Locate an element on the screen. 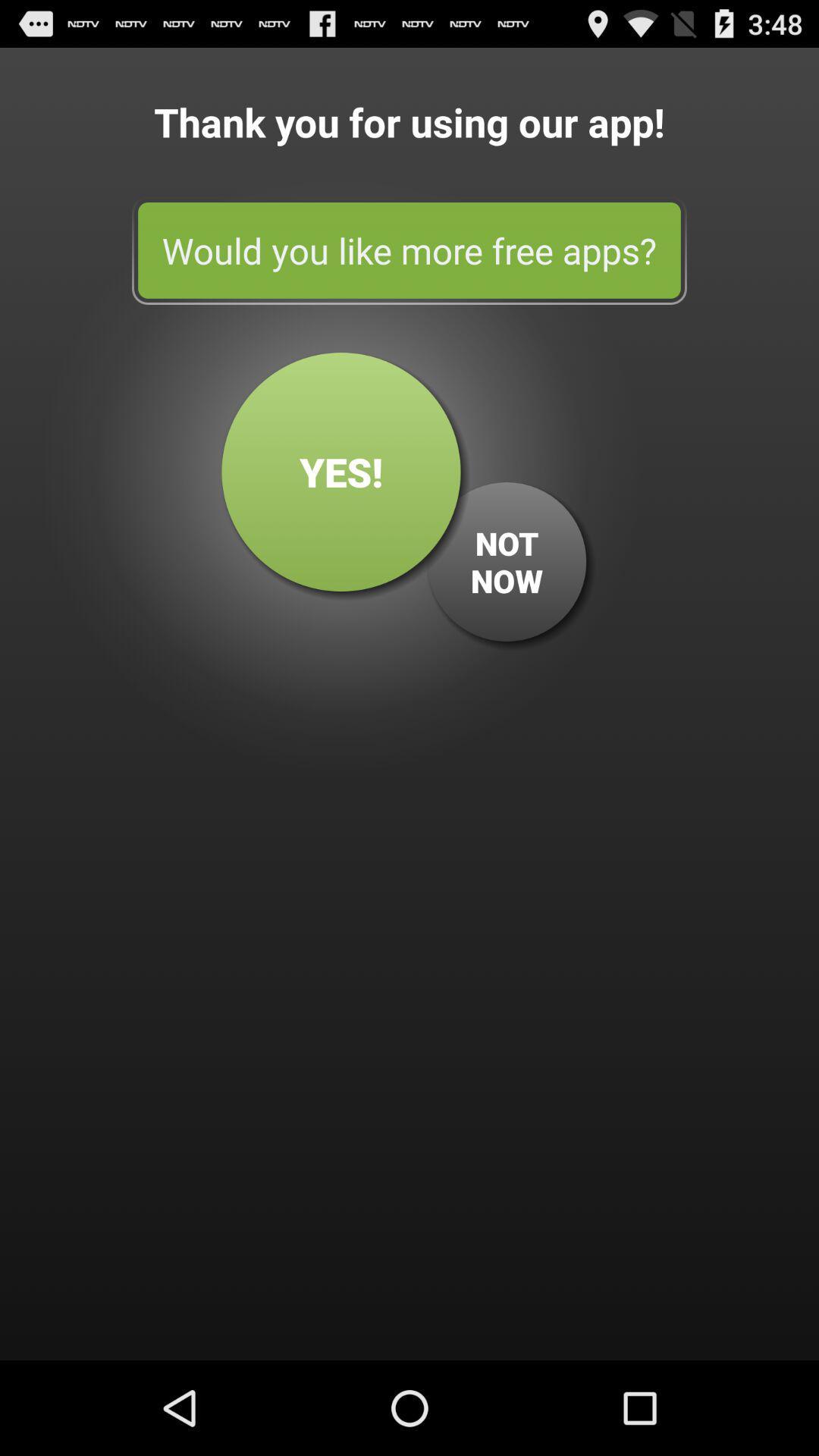  the item below would you like app is located at coordinates (507, 560).